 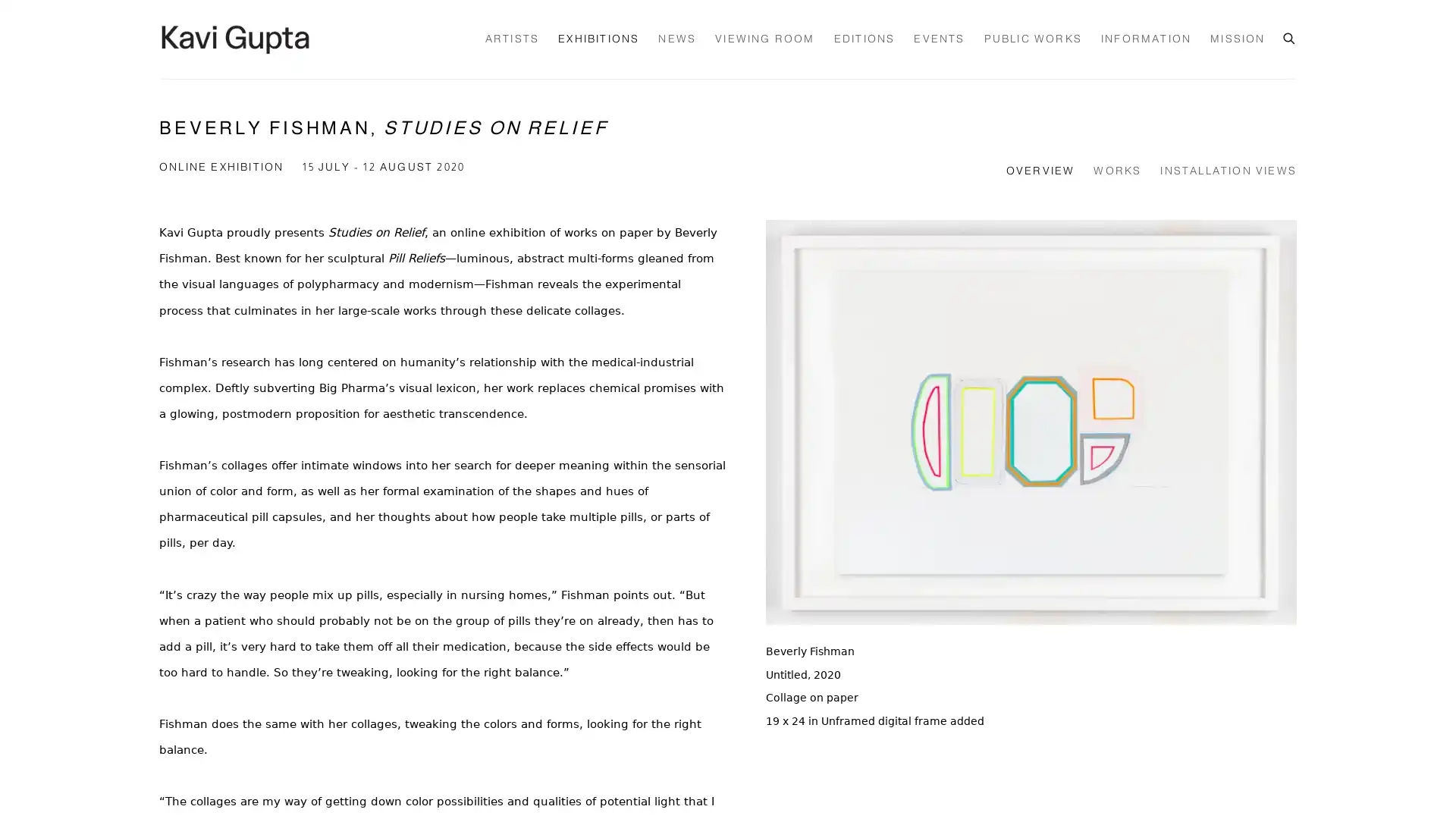 What do you see at coordinates (1117, 171) in the screenshot?
I see `WORKS` at bounding box center [1117, 171].